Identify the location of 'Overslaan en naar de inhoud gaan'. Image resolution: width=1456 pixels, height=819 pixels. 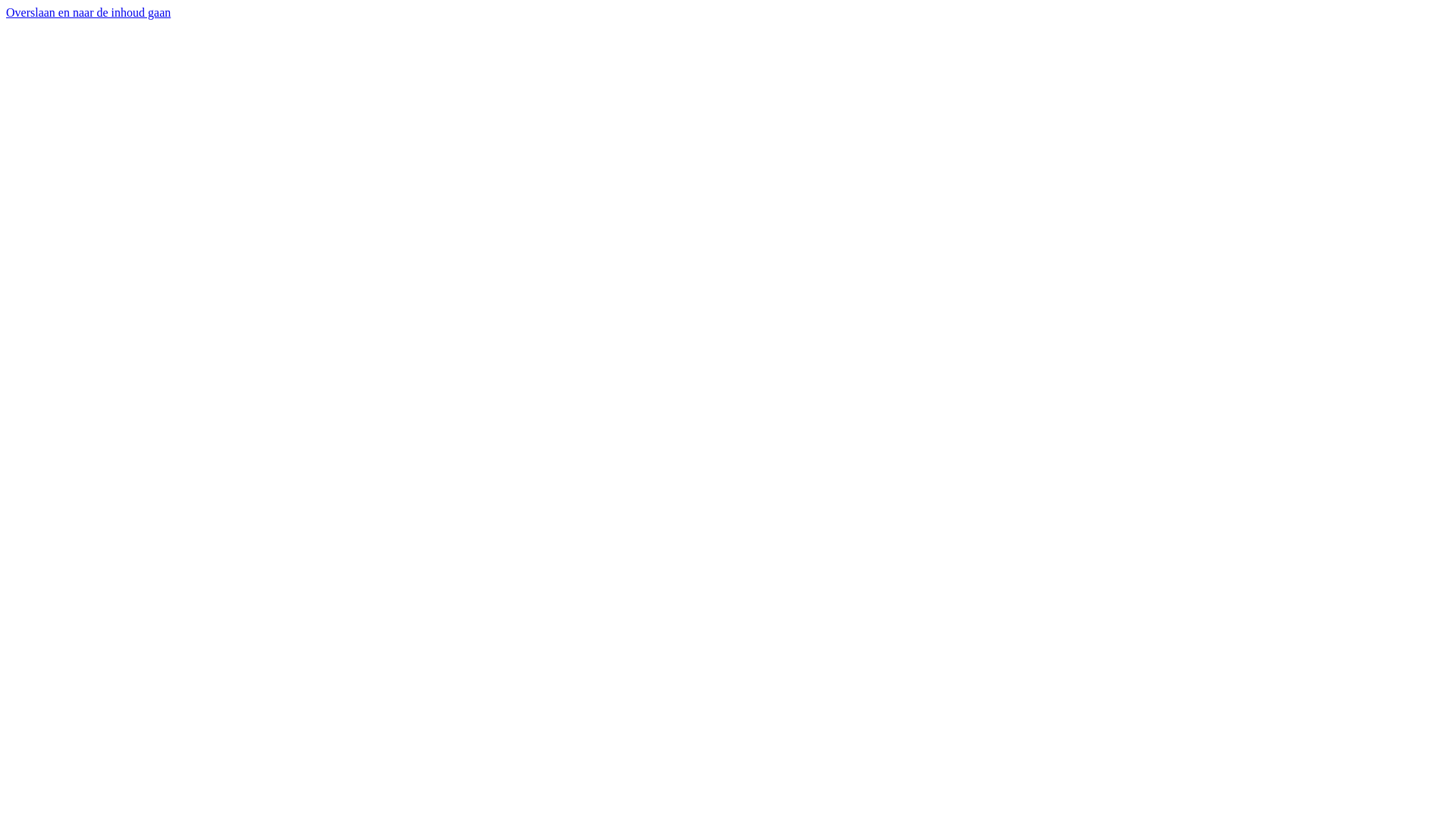
(6, 12).